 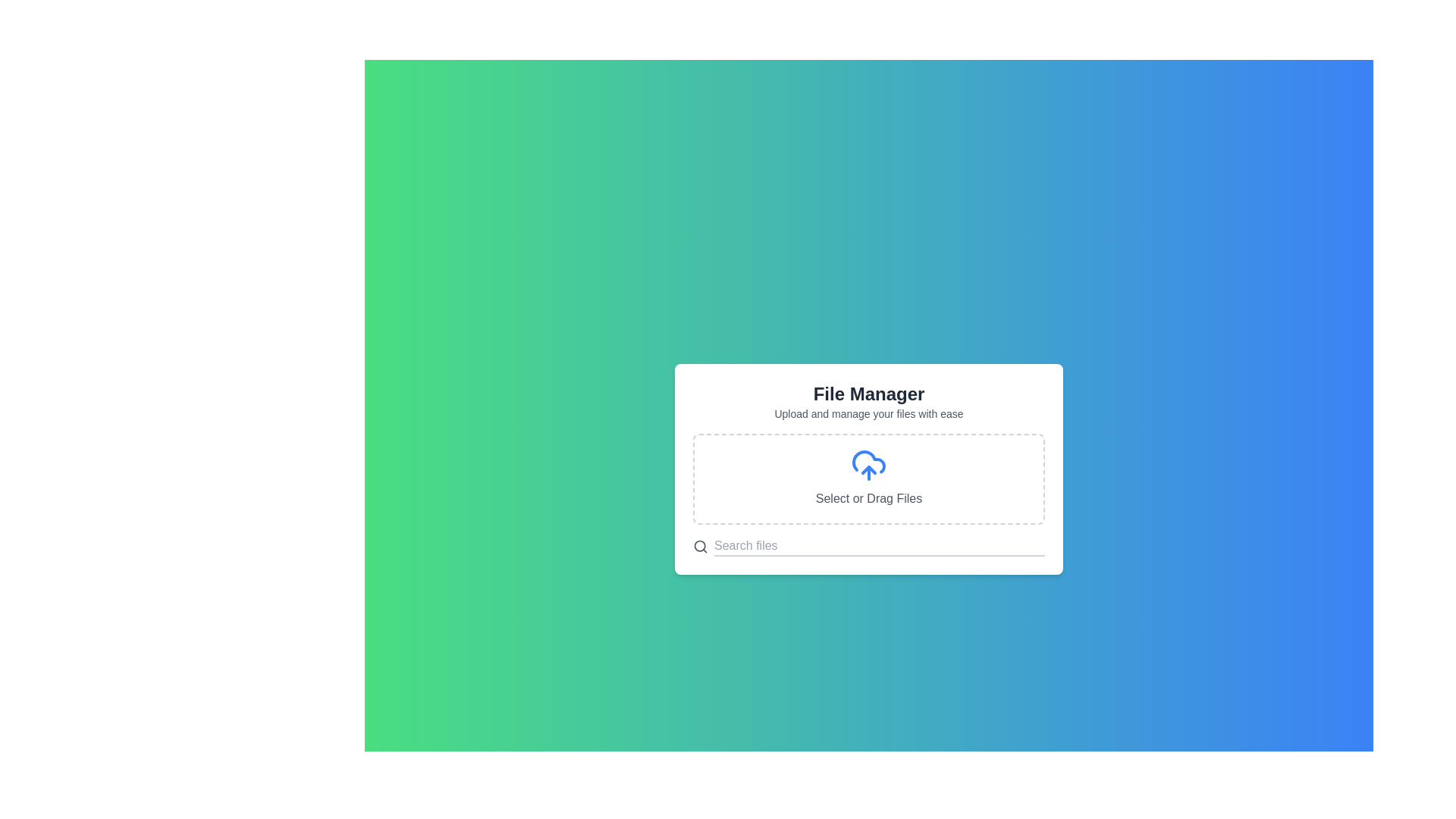 I want to click on the search icon located on the left within the 'File Manager' pop-up modal, so click(x=700, y=547).